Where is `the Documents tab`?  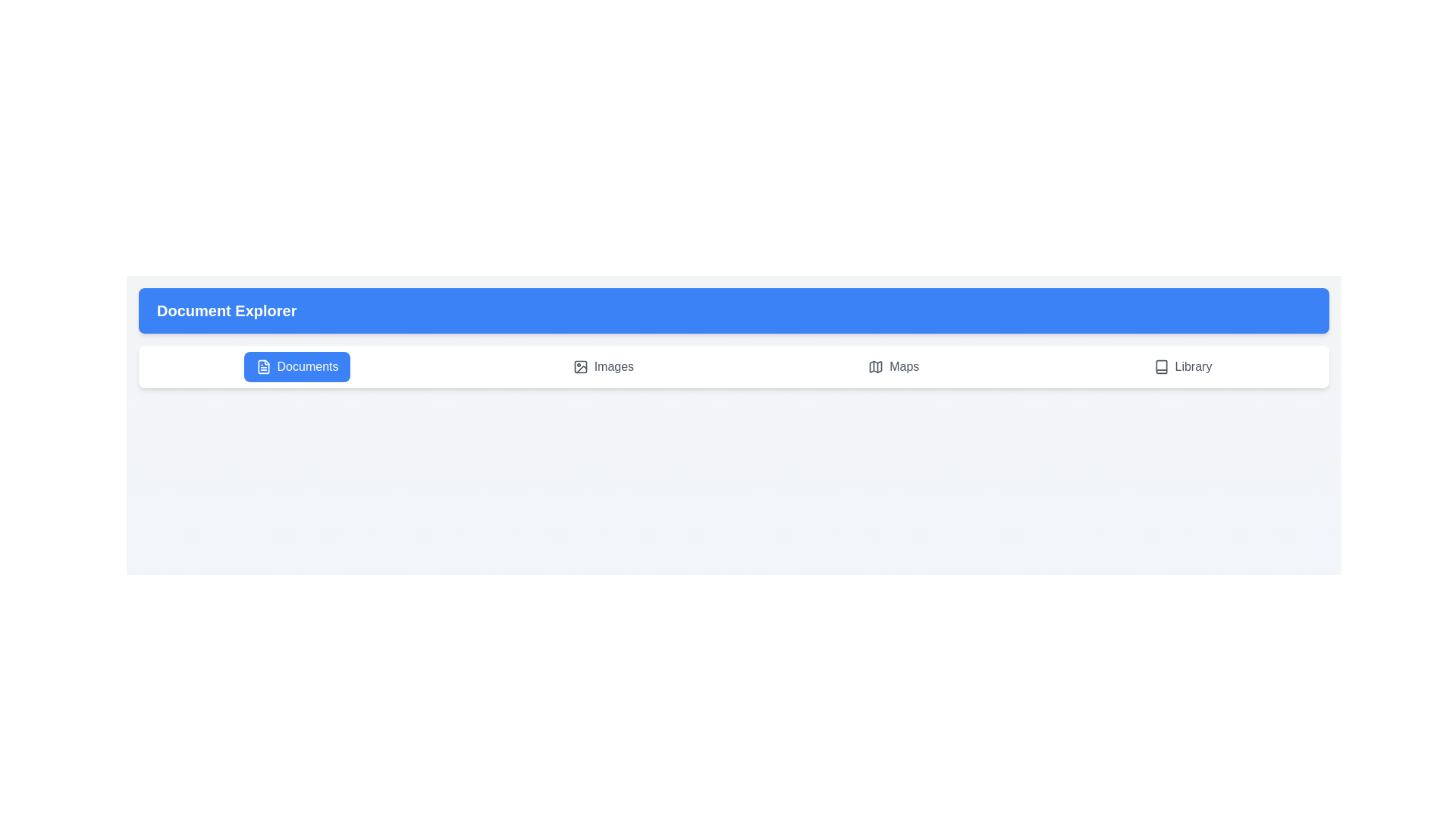
the Documents tab is located at coordinates (297, 366).